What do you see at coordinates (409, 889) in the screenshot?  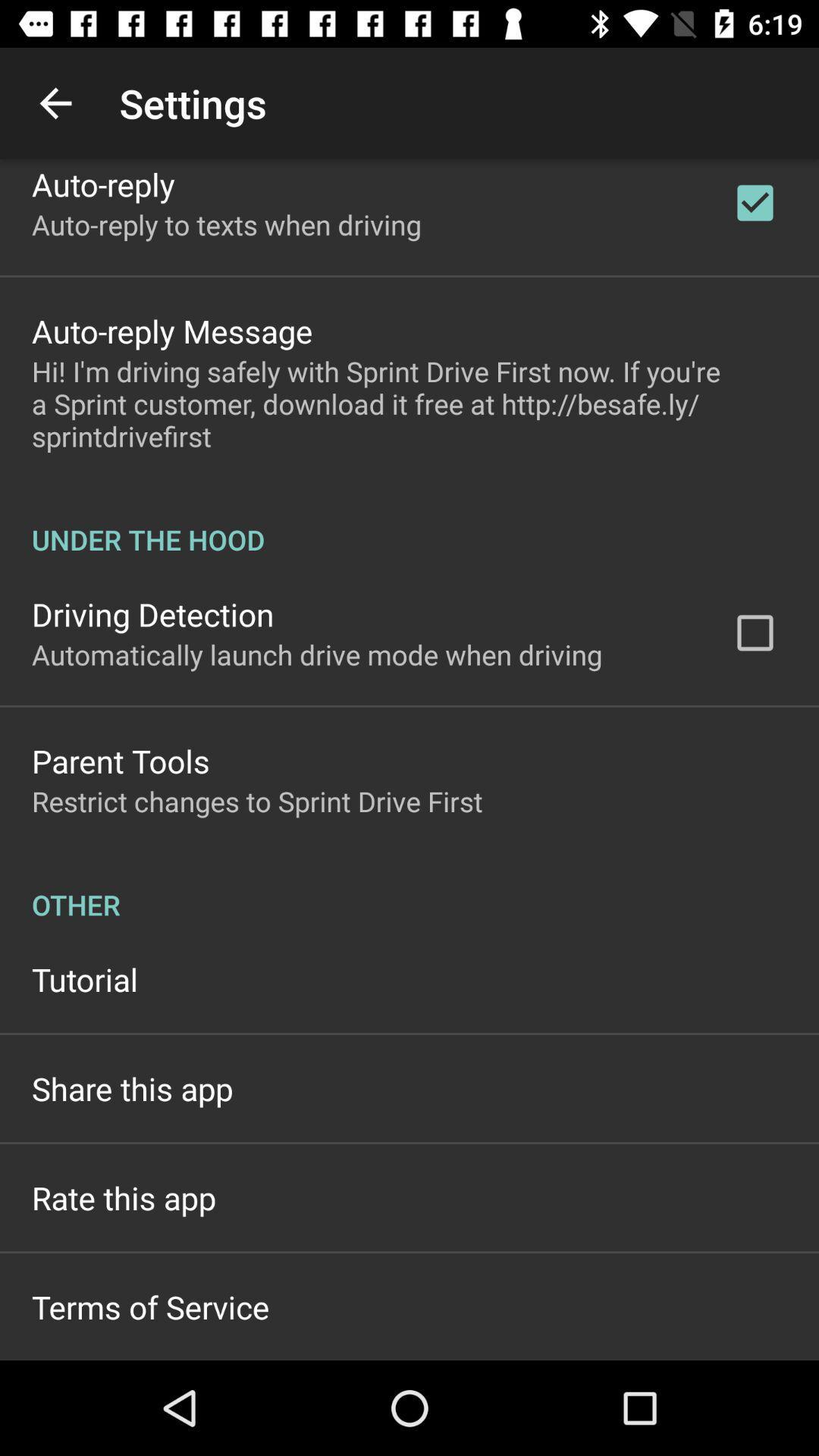 I see `the other` at bounding box center [409, 889].